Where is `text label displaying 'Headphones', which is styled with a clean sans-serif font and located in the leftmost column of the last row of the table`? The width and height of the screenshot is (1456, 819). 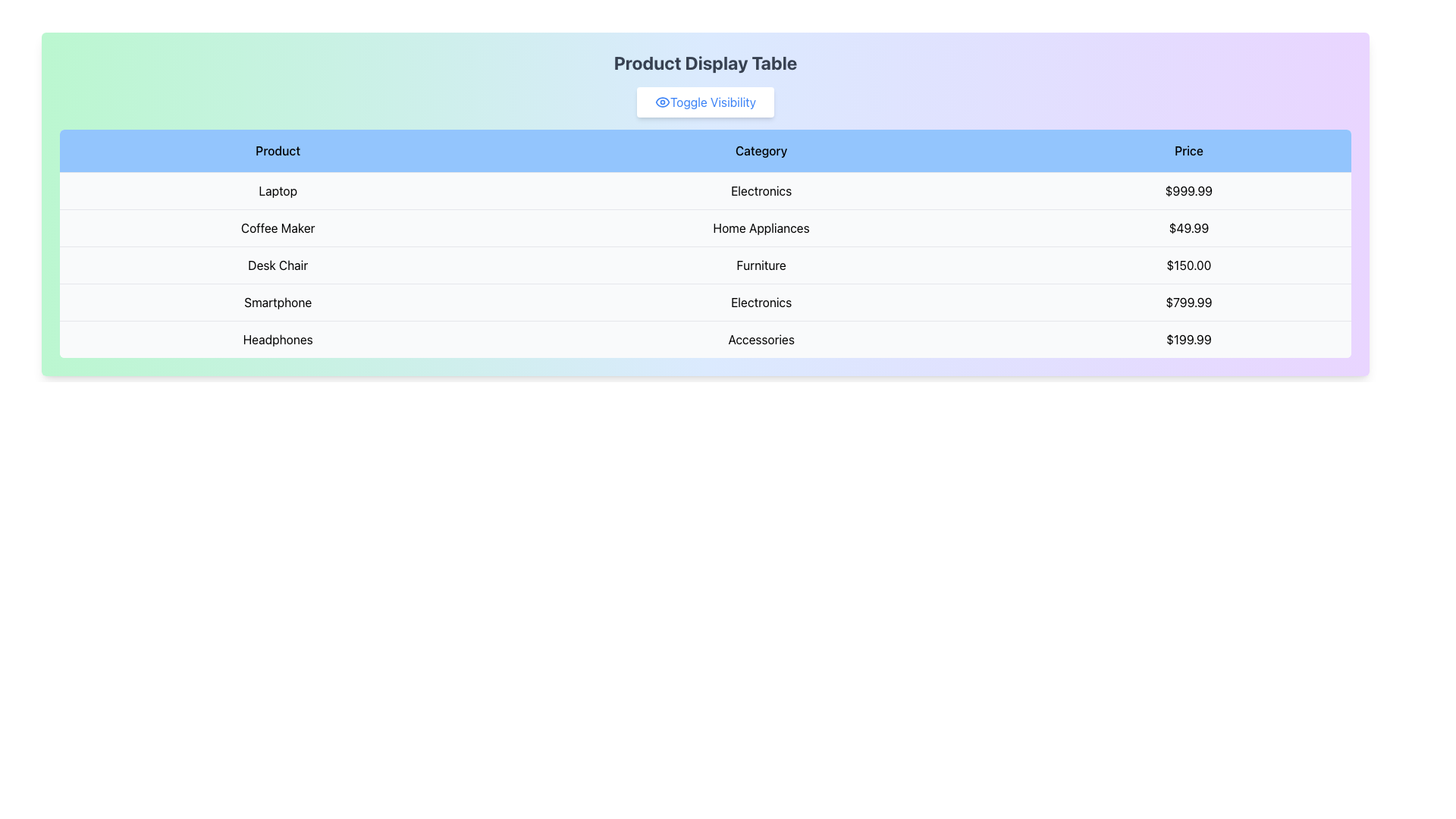
text label displaying 'Headphones', which is styled with a clean sans-serif font and located in the leftmost column of the last row of the table is located at coordinates (278, 338).